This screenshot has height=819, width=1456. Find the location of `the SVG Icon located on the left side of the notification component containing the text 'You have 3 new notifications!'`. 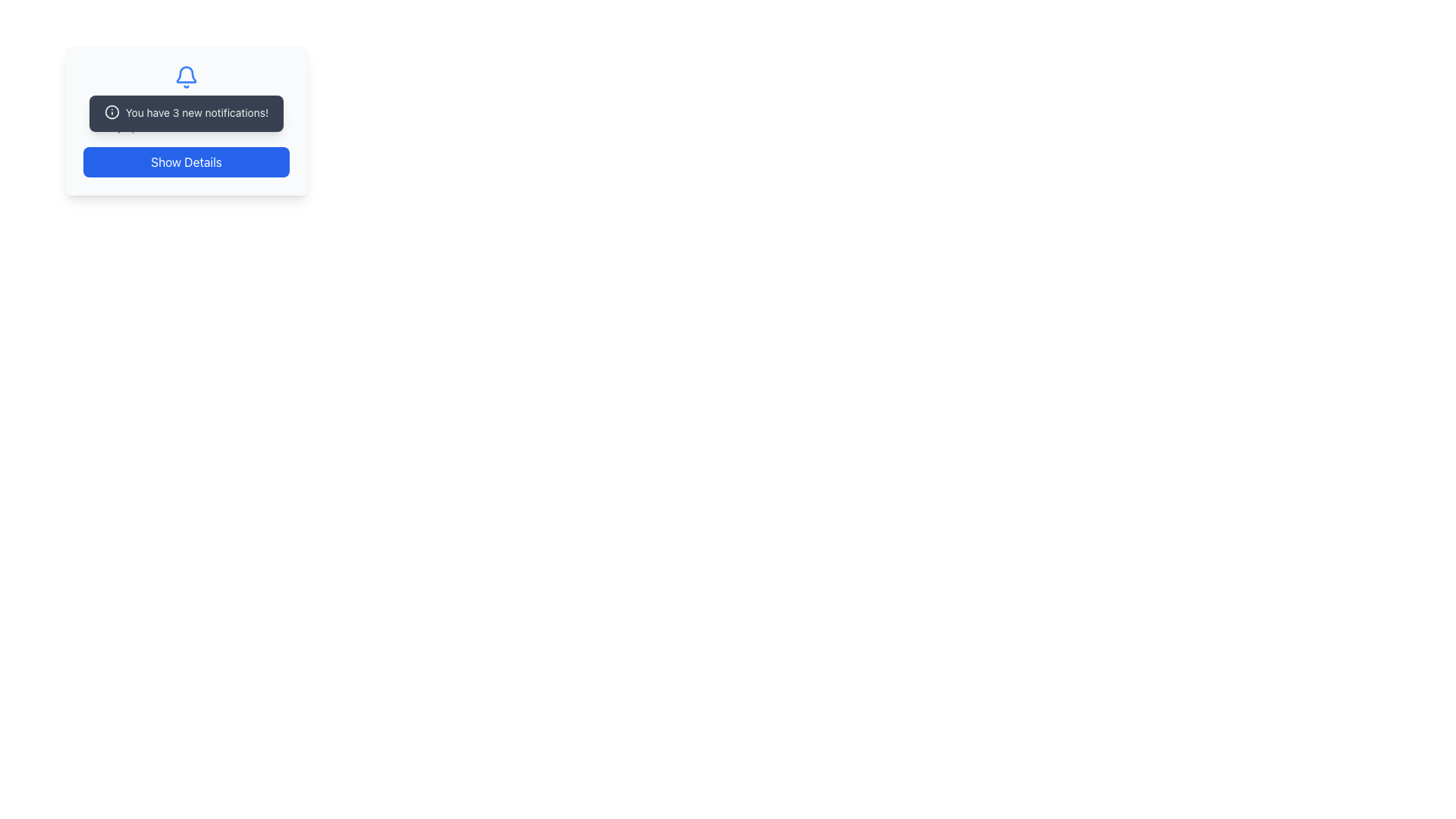

the SVG Icon located on the left side of the notification component containing the text 'You have 3 new notifications!' is located at coordinates (111, 111).